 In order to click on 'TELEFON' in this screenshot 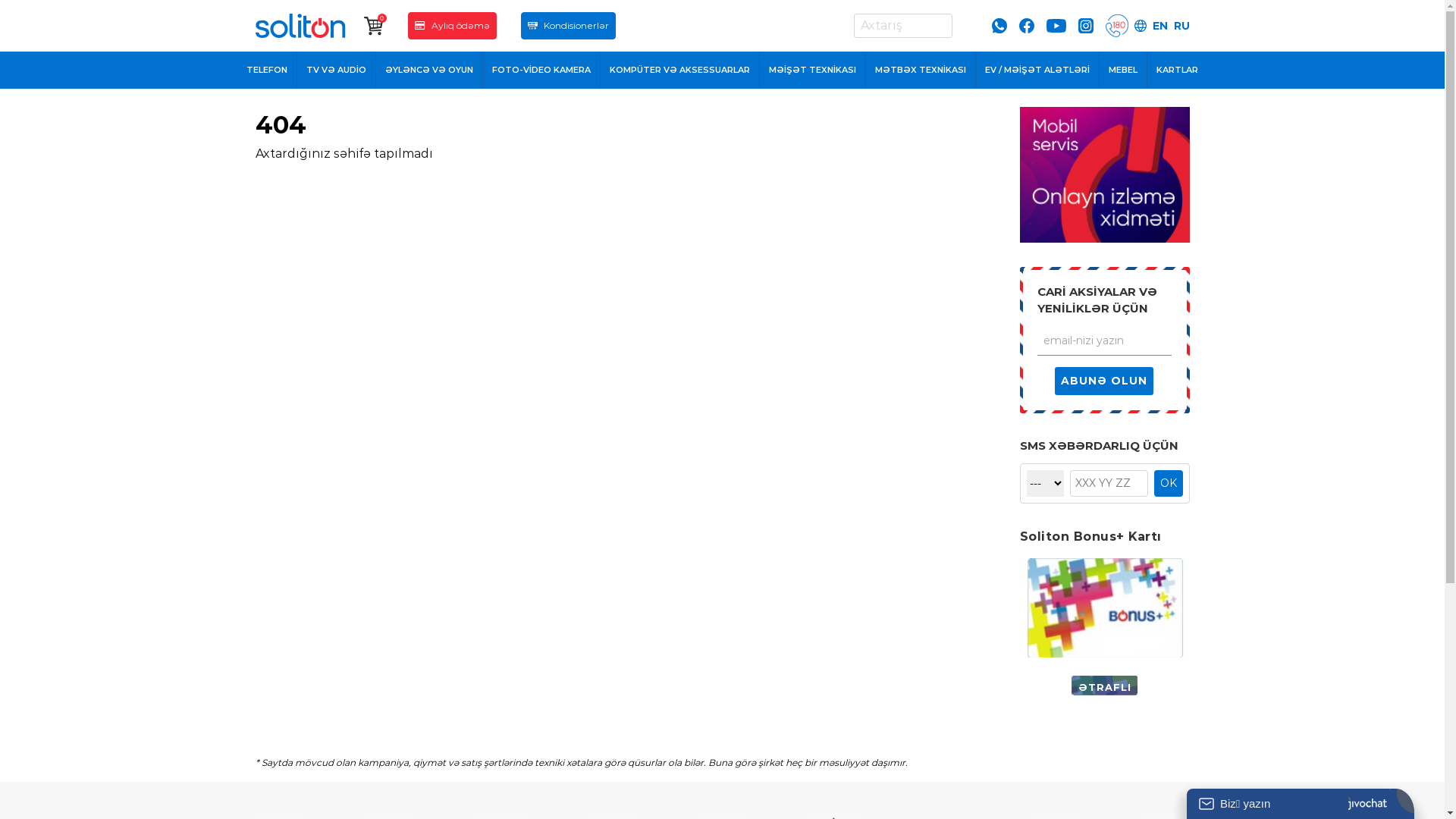, I will do `click(236, 70)`.